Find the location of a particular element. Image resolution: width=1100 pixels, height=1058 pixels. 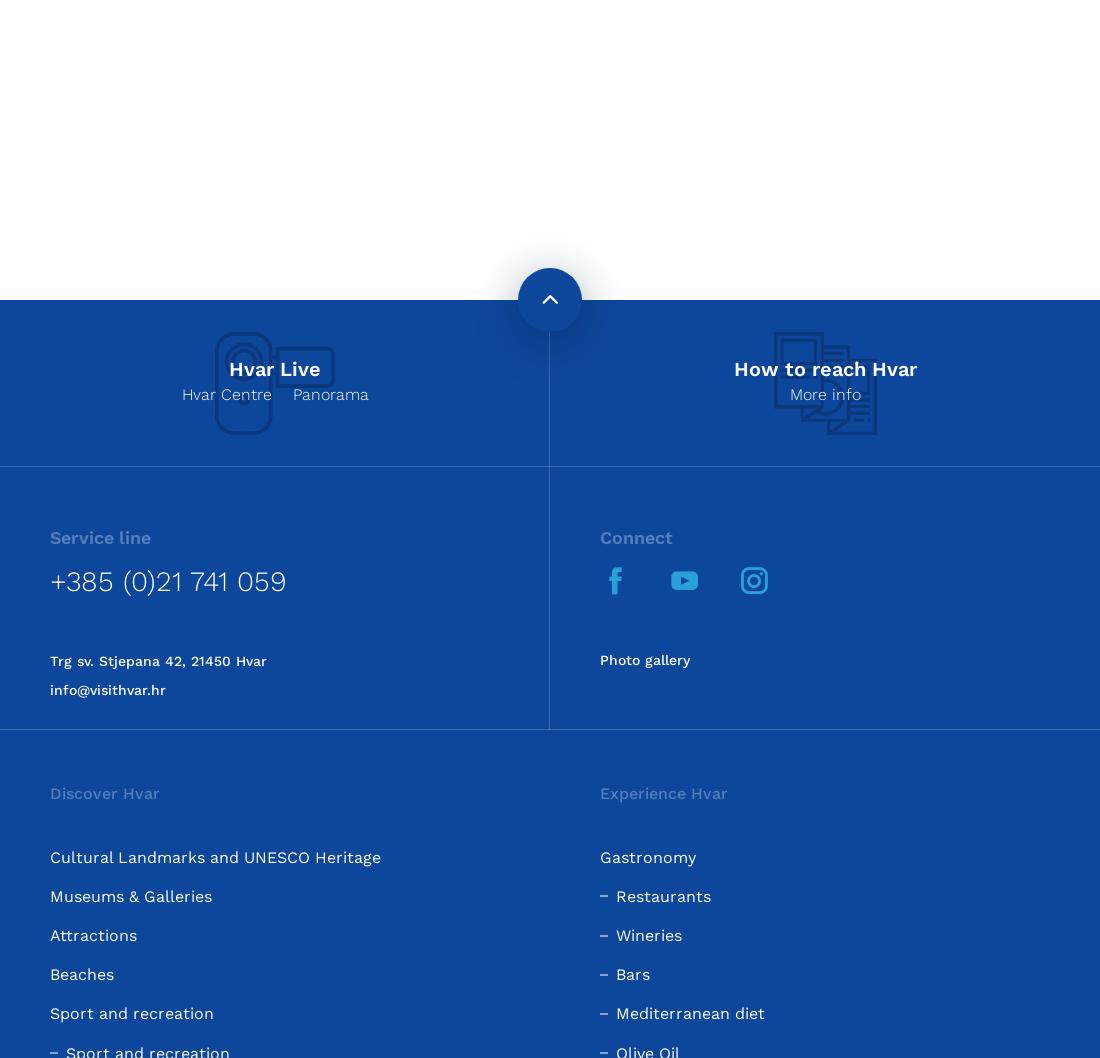

'Beaches' is located at coordinates (49, 973).